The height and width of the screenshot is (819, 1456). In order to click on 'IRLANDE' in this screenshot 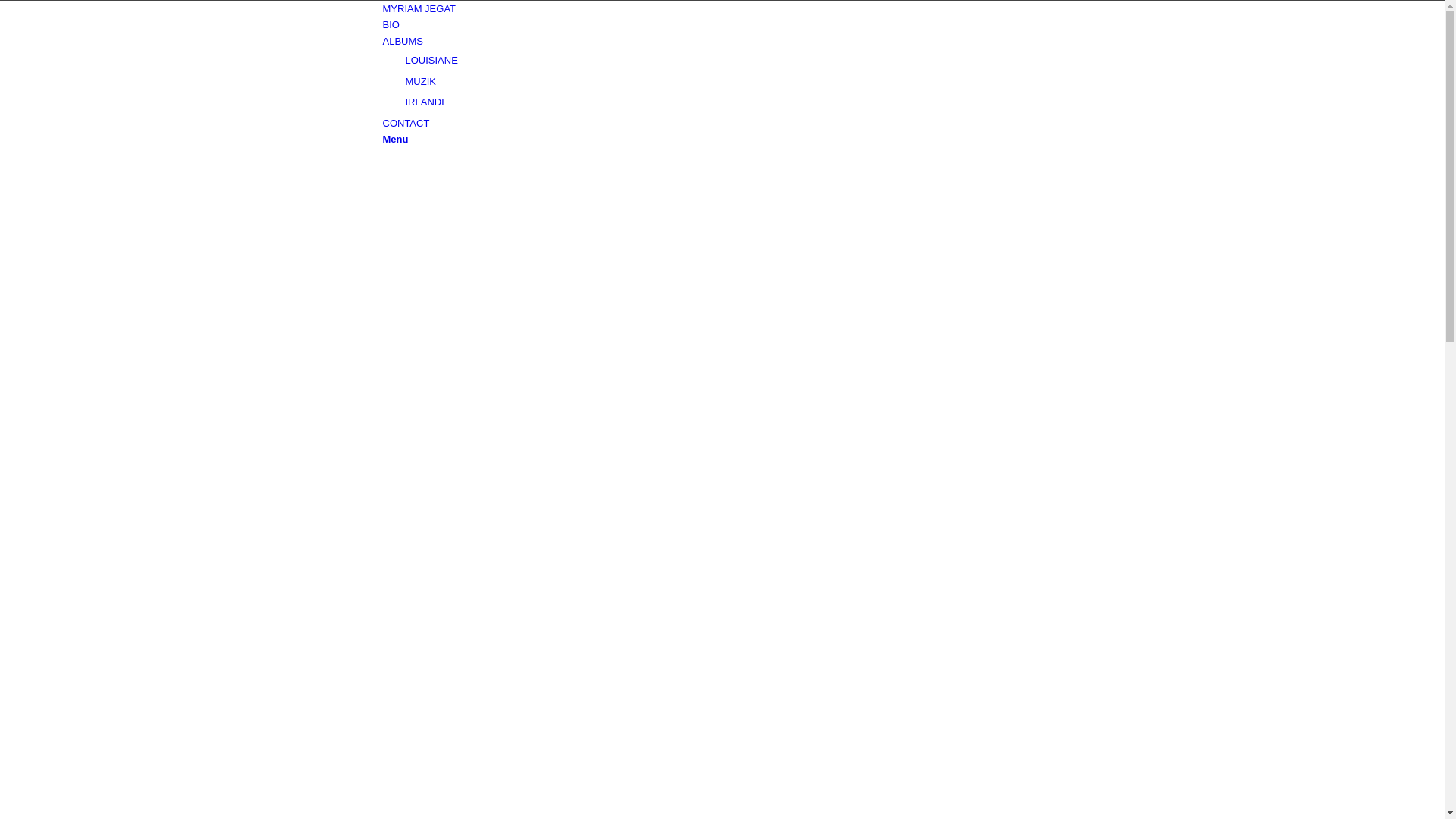, I will do `click(425, 102)`.